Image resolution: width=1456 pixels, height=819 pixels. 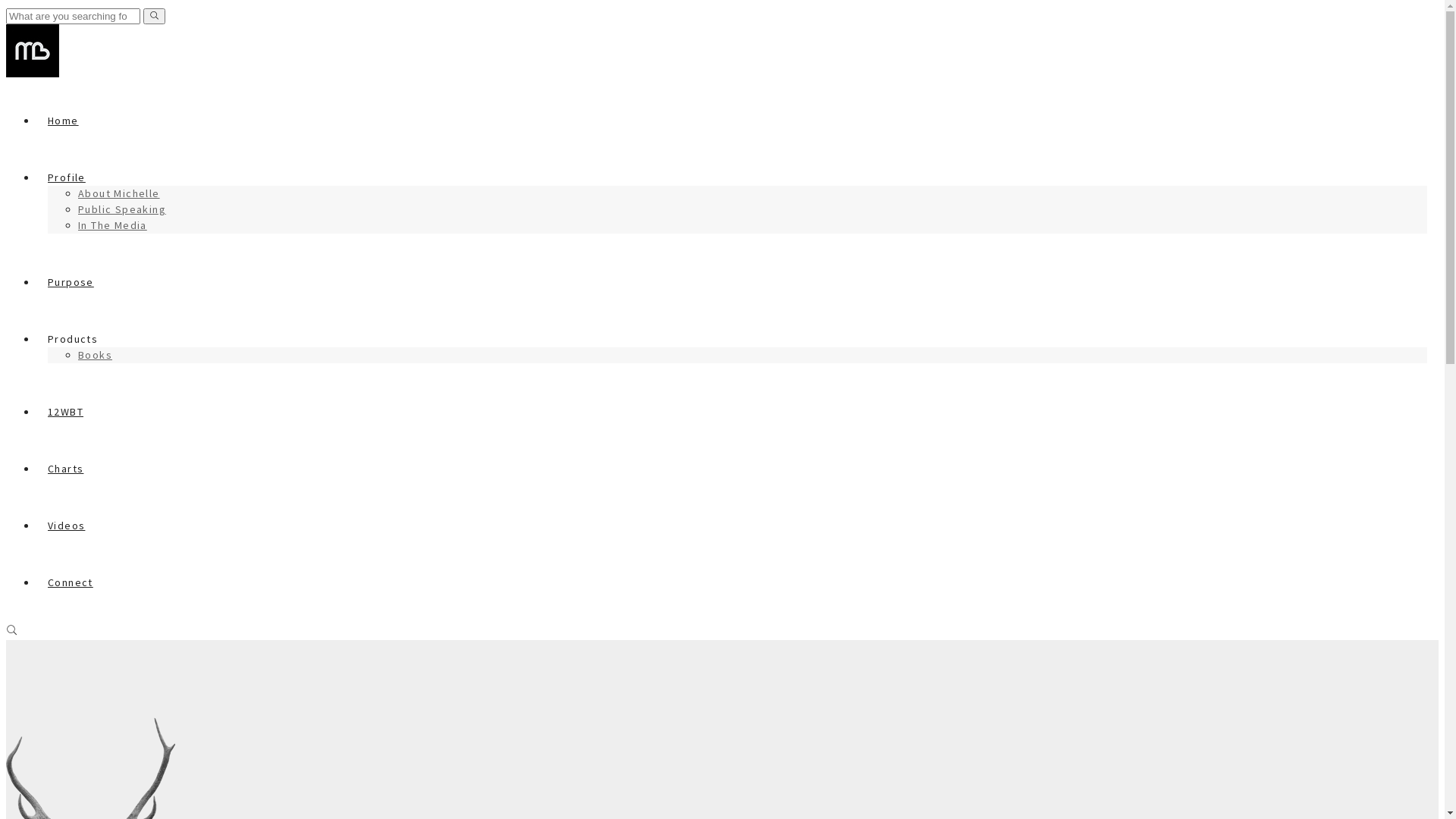 What do you see at coordinates (72, 16) in the screenshot?
I see `'What are you searching for?'` at bounding box center [72, 16].